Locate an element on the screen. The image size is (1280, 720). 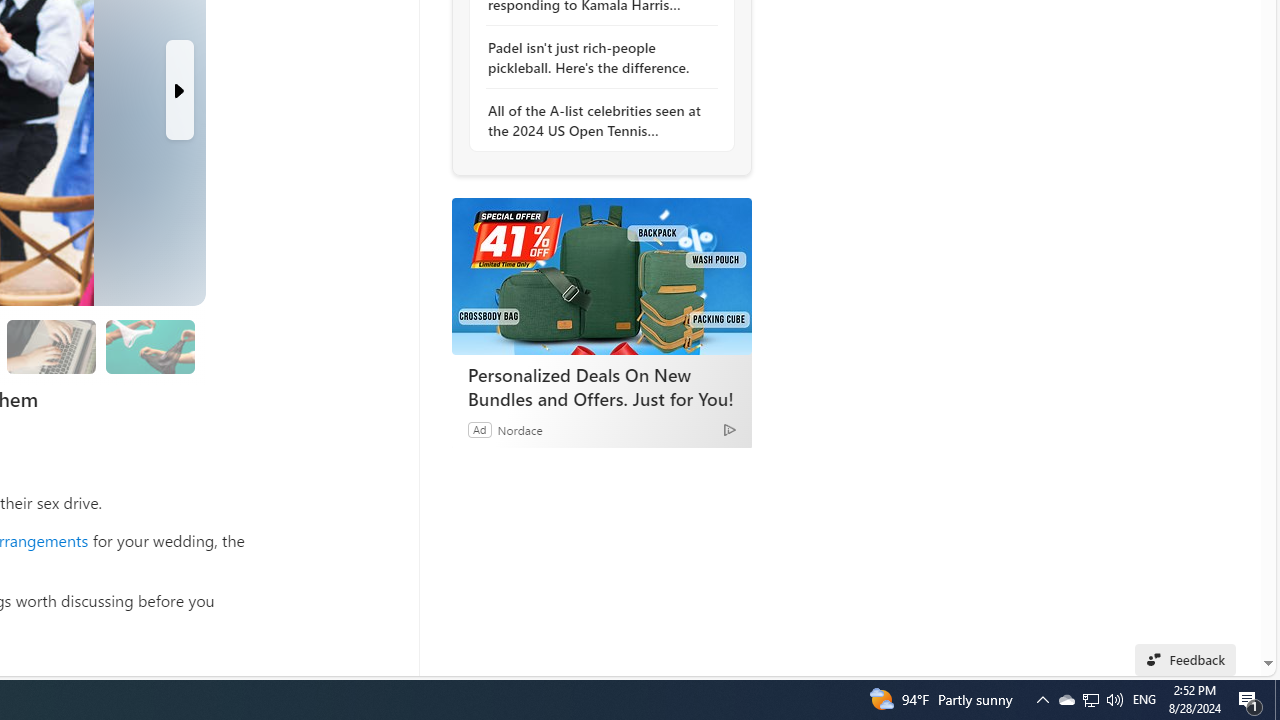
'Feedback' is located at coordinates (1185, 659).